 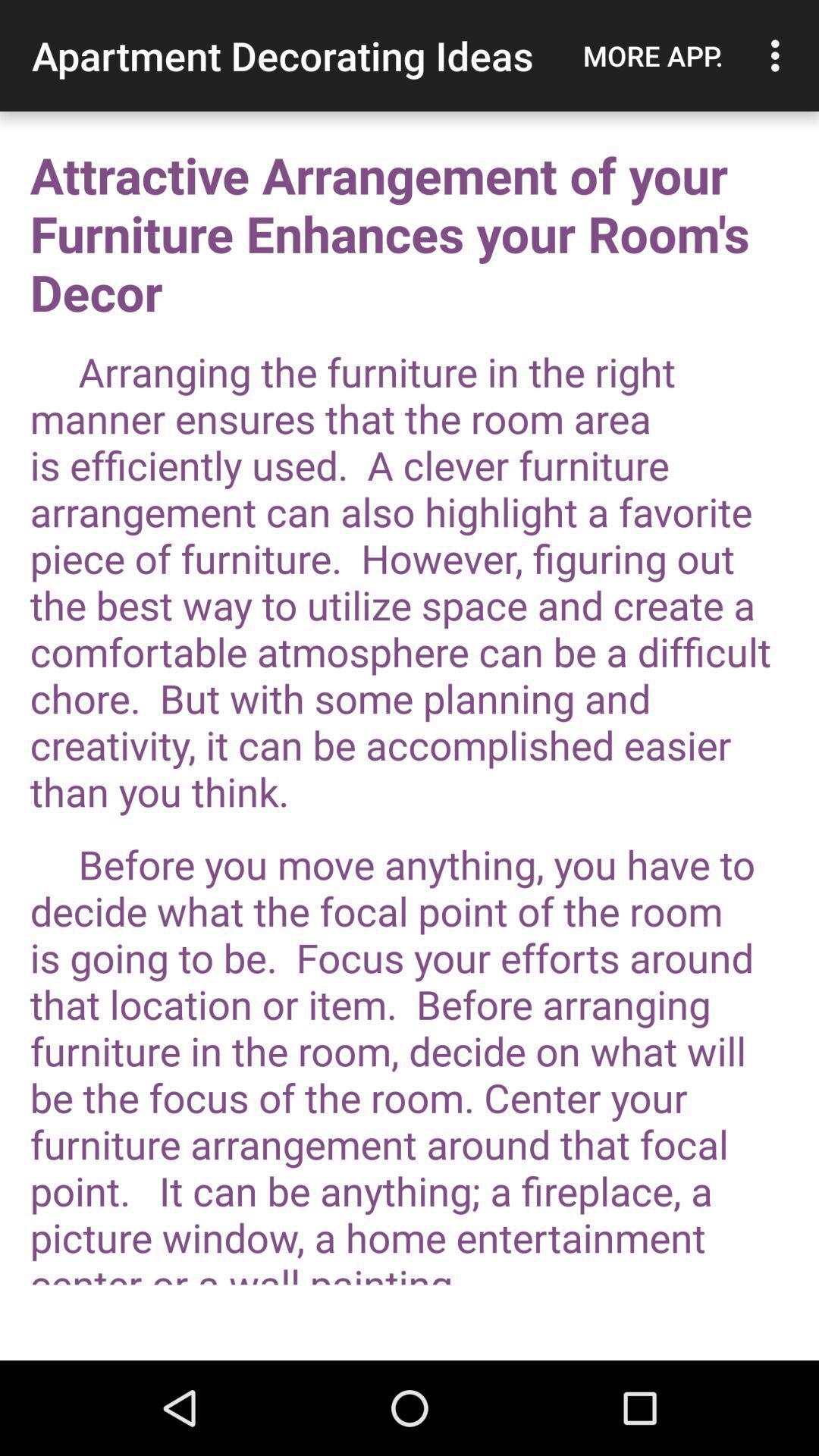 What do you see at coordinates (652, 55) in the screenshot?
I see `the app to the right of the apartment decorating ideas` at bounding box center [652, 55].